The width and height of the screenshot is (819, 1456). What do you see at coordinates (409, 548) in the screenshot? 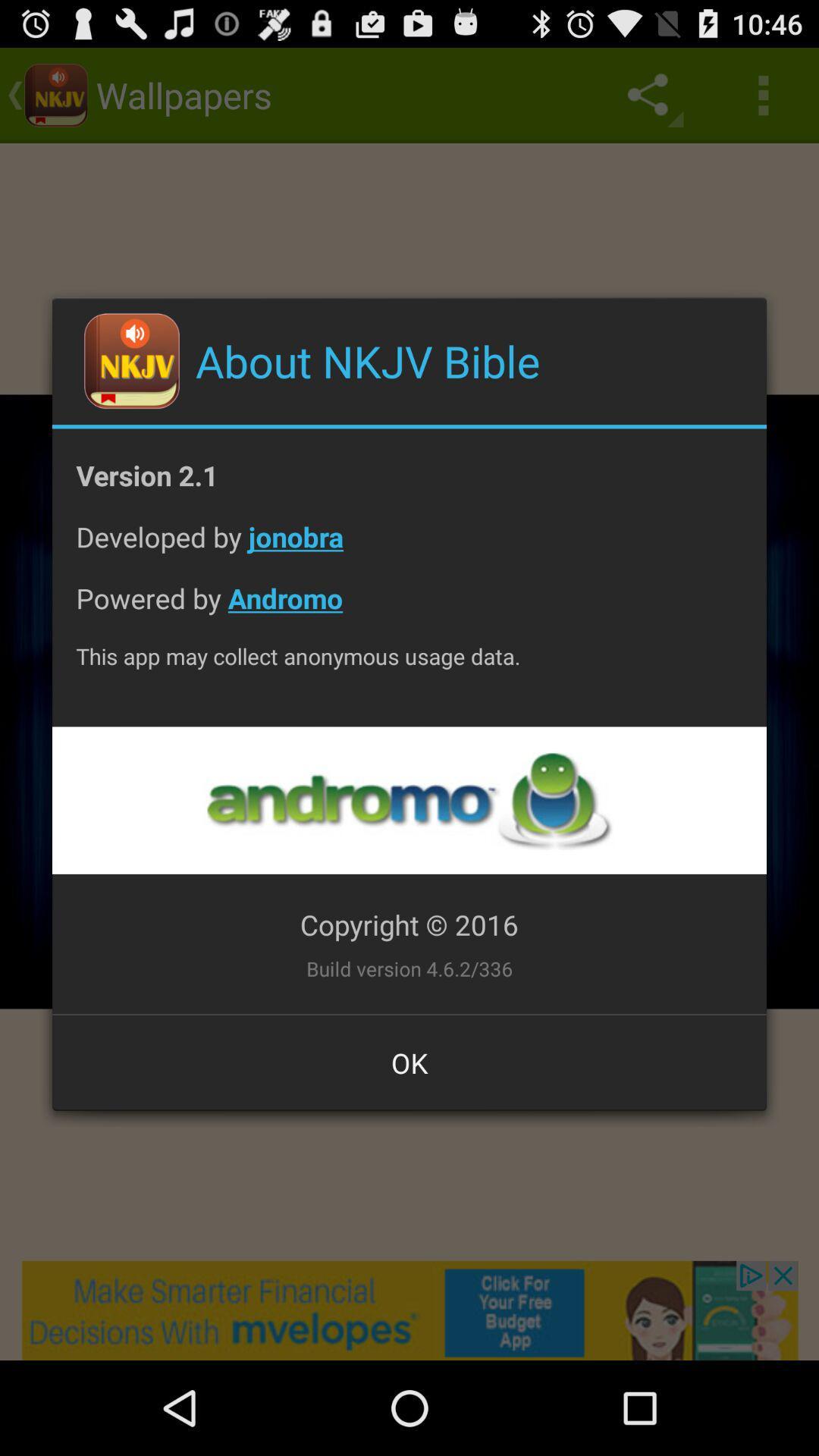
I see `icon above powered by andromo icon` at bounding box center [409, 548].